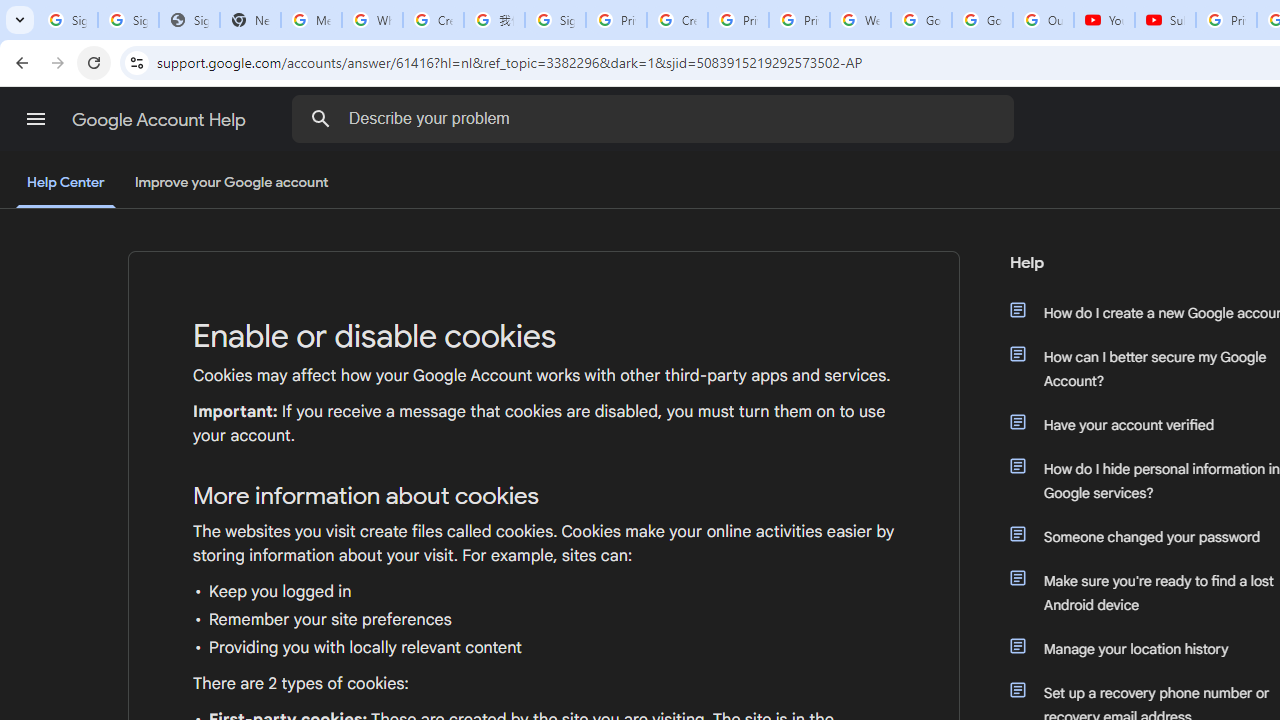 Image resolution: width=1280 pixels, height=720 pixels. Describe the element at coordinates (372, 20) in the screenshot. I see `'Who is my administrator? - Google Account Help'` at that location.